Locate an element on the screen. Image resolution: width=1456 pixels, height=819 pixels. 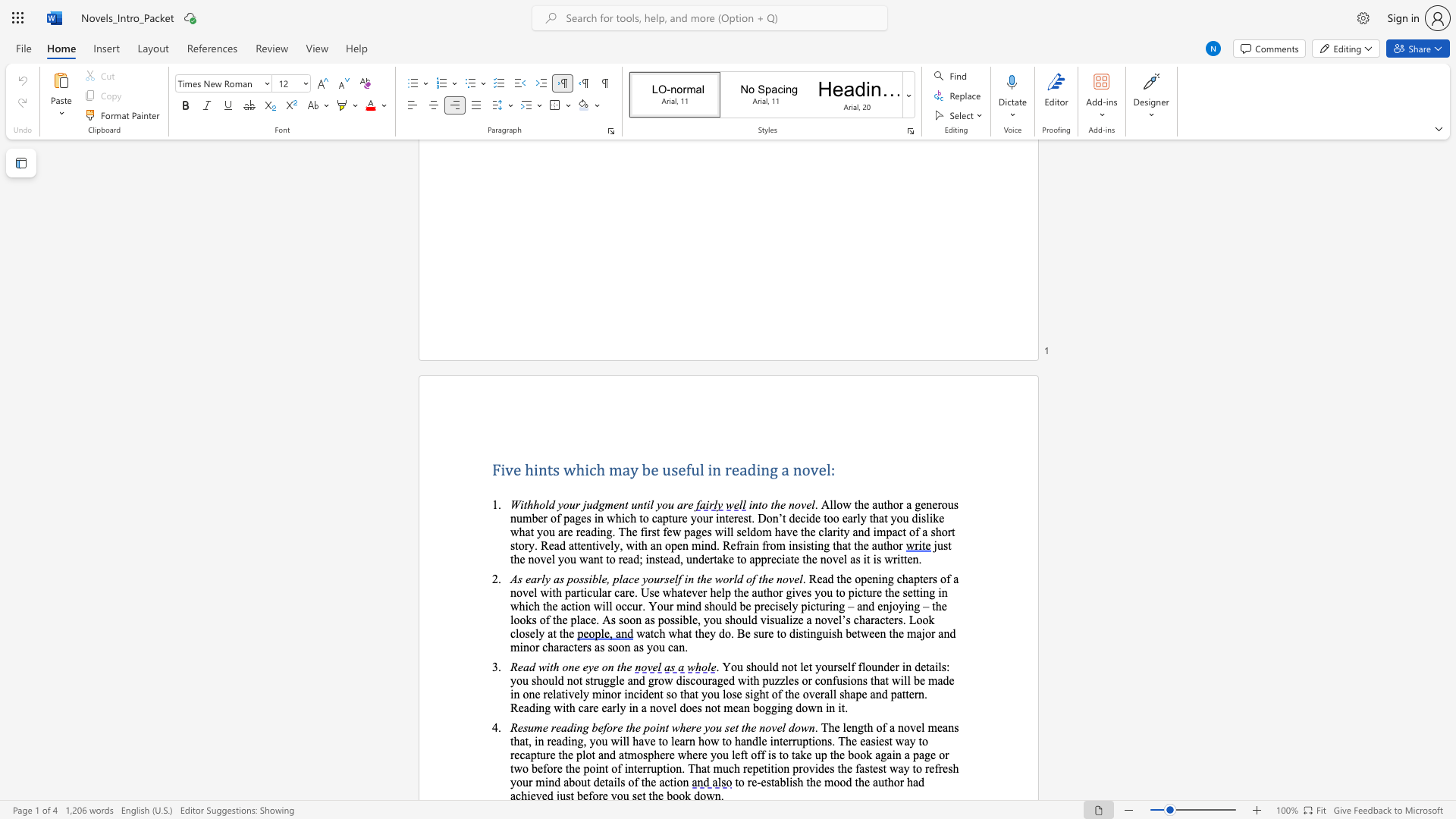
the subset text "n details: you should no" within the text ". You should not let yourself flounder in details: you should not struggle and grow discouraged with puzzles or confusions that will be made in one" is located at coordinates (905, 666).